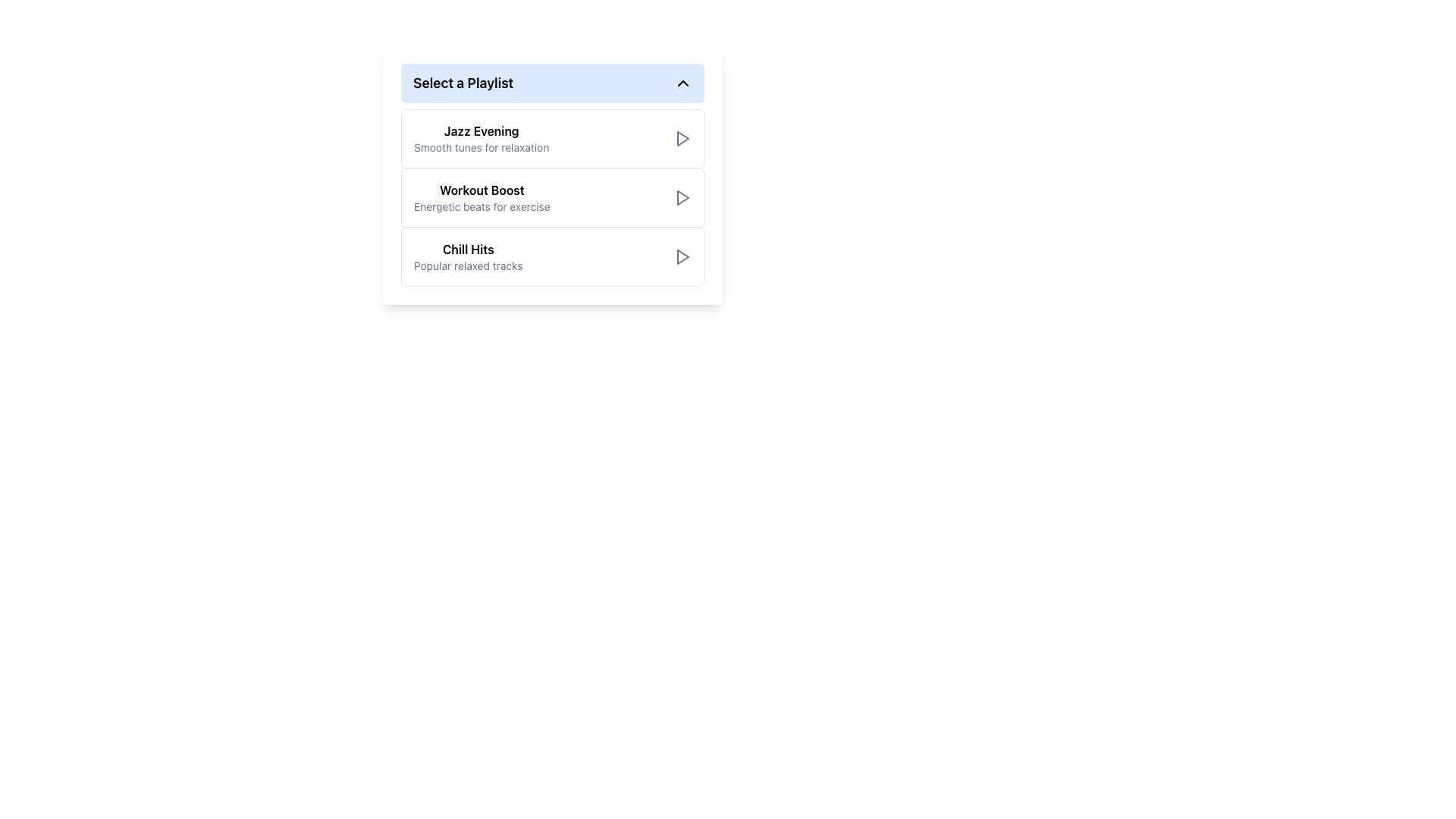 The height and width of the screenshot is (819, 1456). I want to click on the text label that serves as the title of the first playlist item, positioned above the description 'Smooth tunes for relaxation', so click(481, 130).